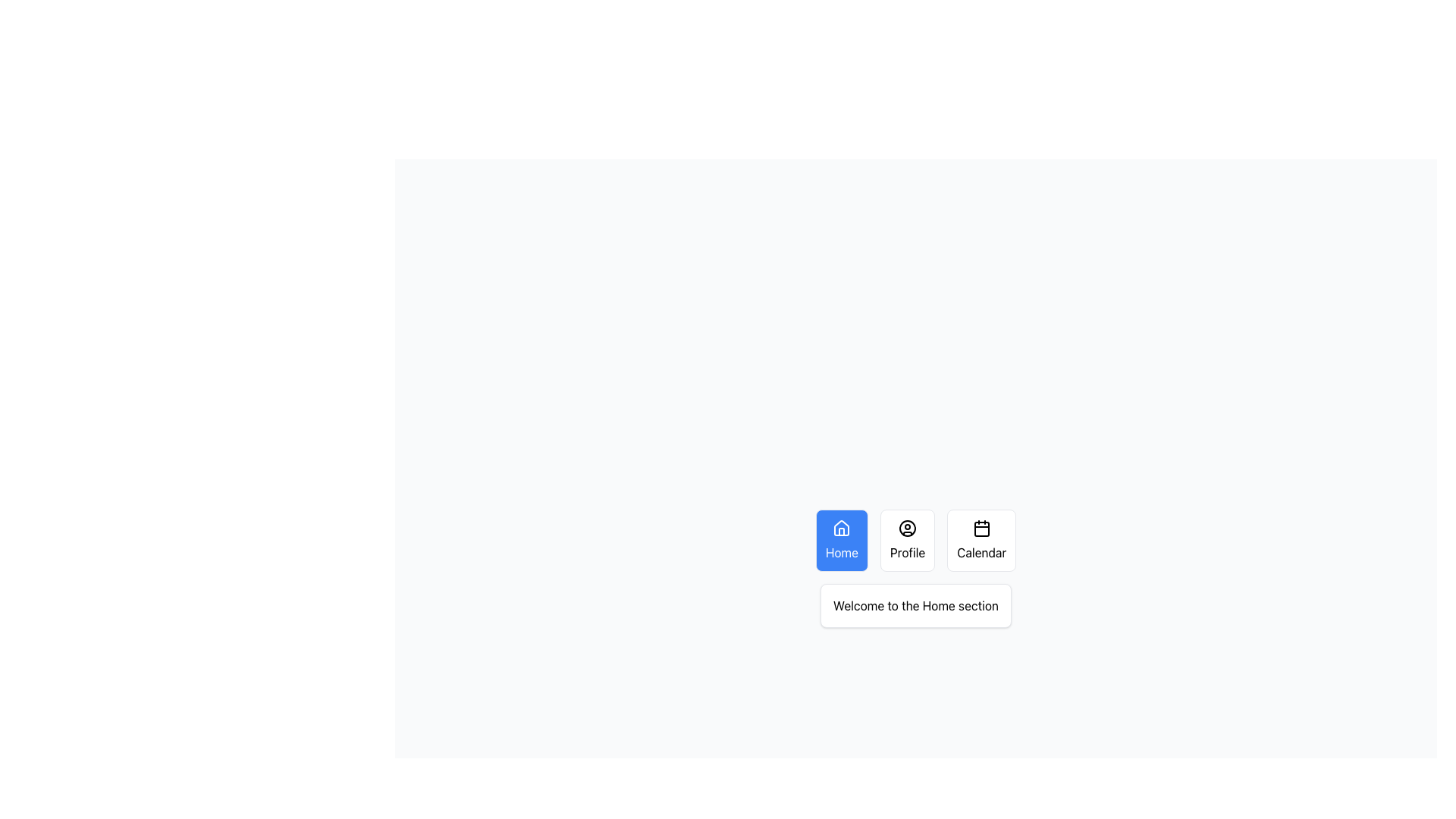 This screenshot has width=1456, height=819. I want to click on the house icon located at the center-left of the horizontal navigation bar, so click(841, 531).